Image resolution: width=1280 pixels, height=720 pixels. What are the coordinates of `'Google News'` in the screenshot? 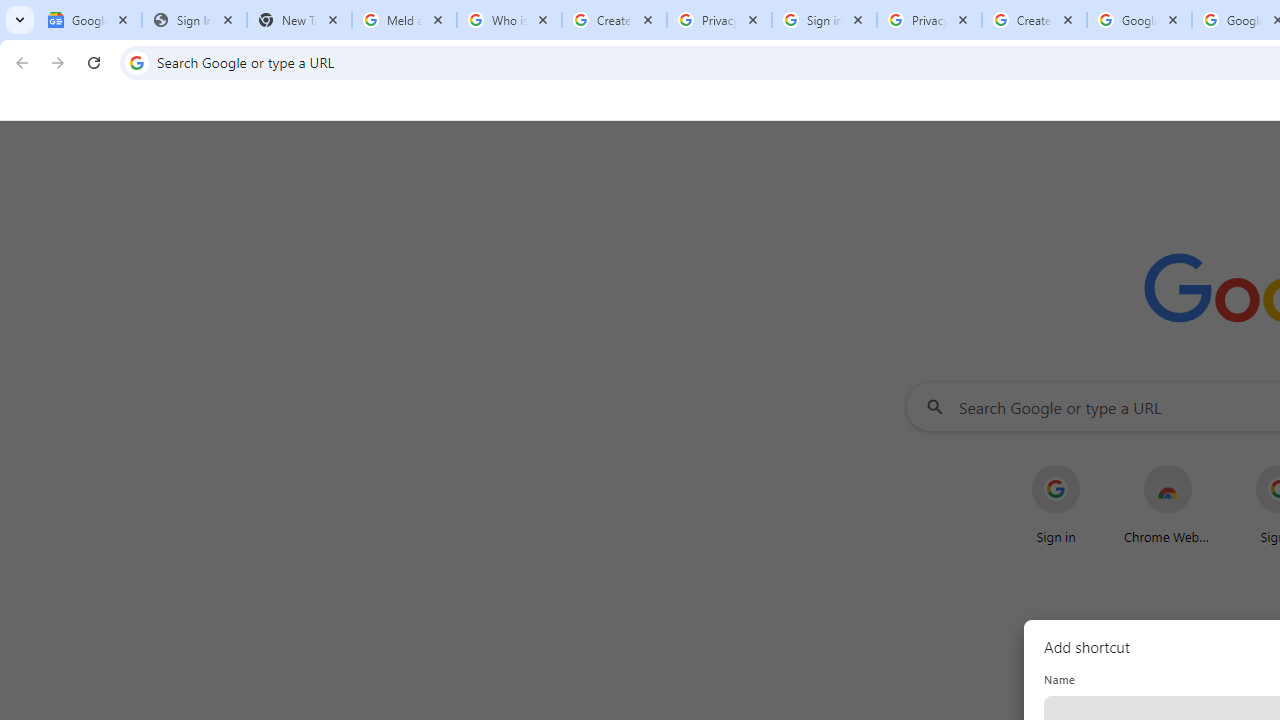 It's located at (88, 20).